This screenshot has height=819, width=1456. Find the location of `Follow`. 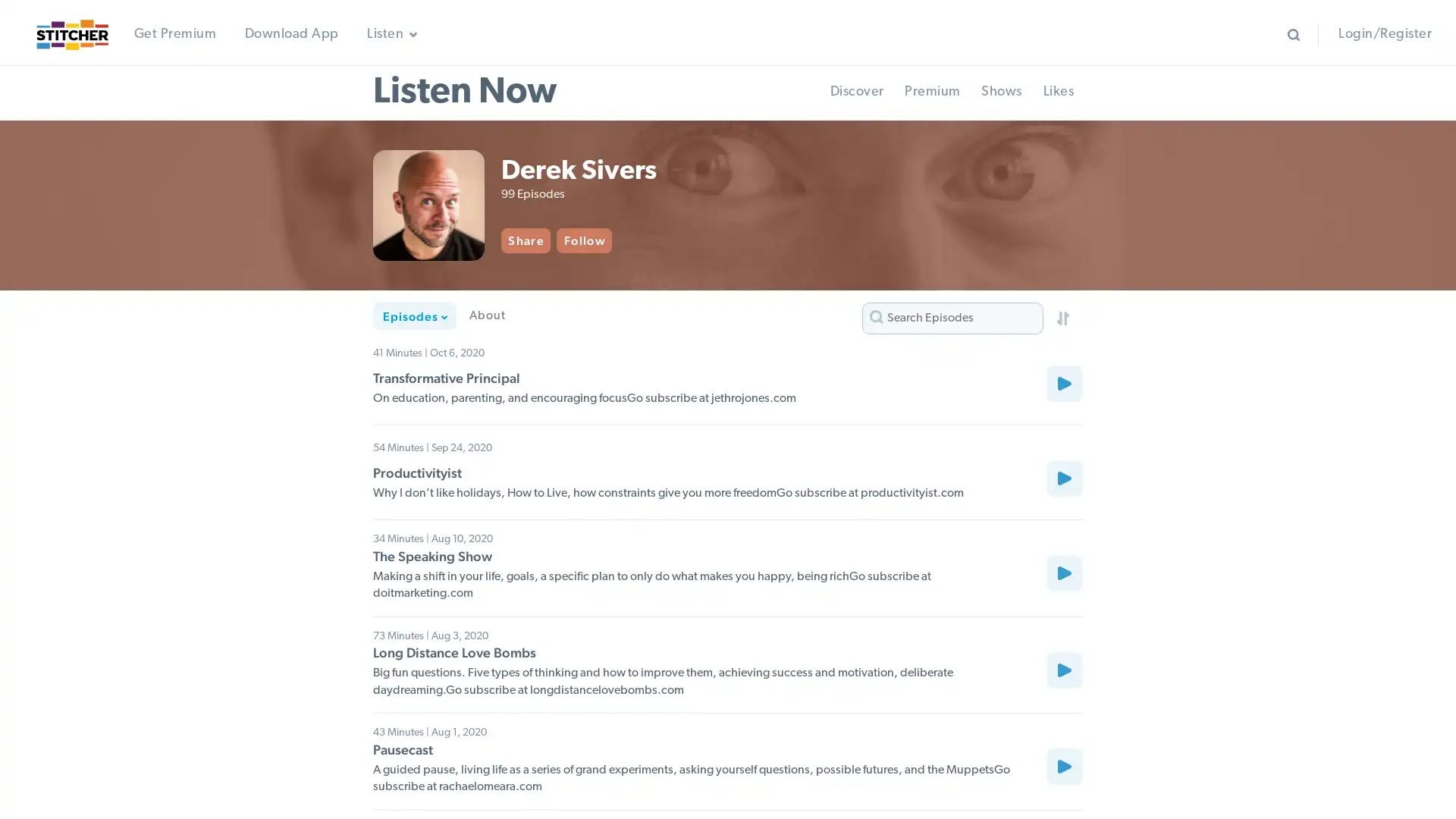

Follow is located at coordinates (605, 239).